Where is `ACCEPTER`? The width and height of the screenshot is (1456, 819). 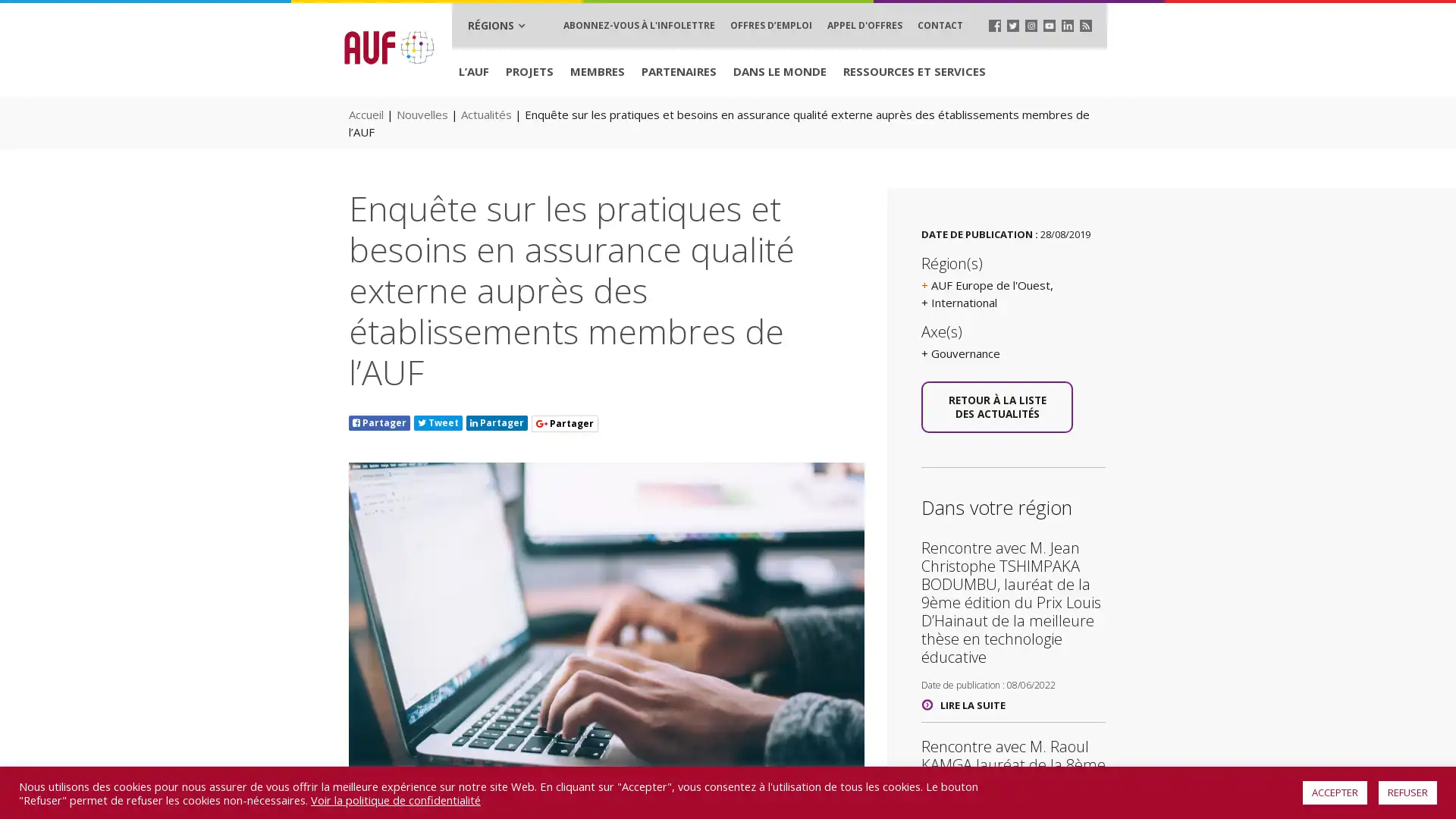 ACCEPTER is located at coordinates (1335, 792).